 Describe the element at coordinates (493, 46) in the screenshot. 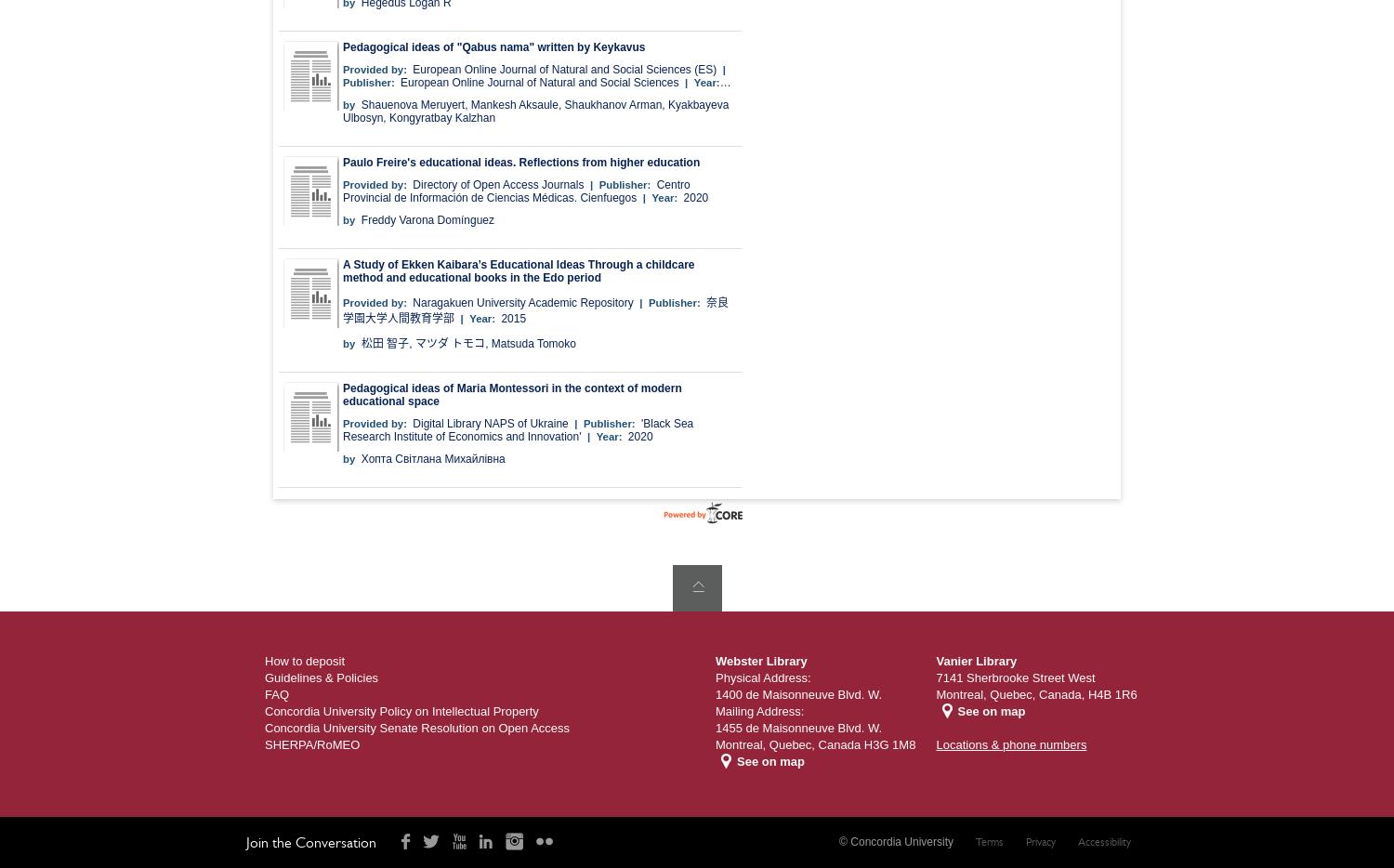

I see `'Pedagogical ideas of "Qabus nama" written by Keykavus'` at that location.